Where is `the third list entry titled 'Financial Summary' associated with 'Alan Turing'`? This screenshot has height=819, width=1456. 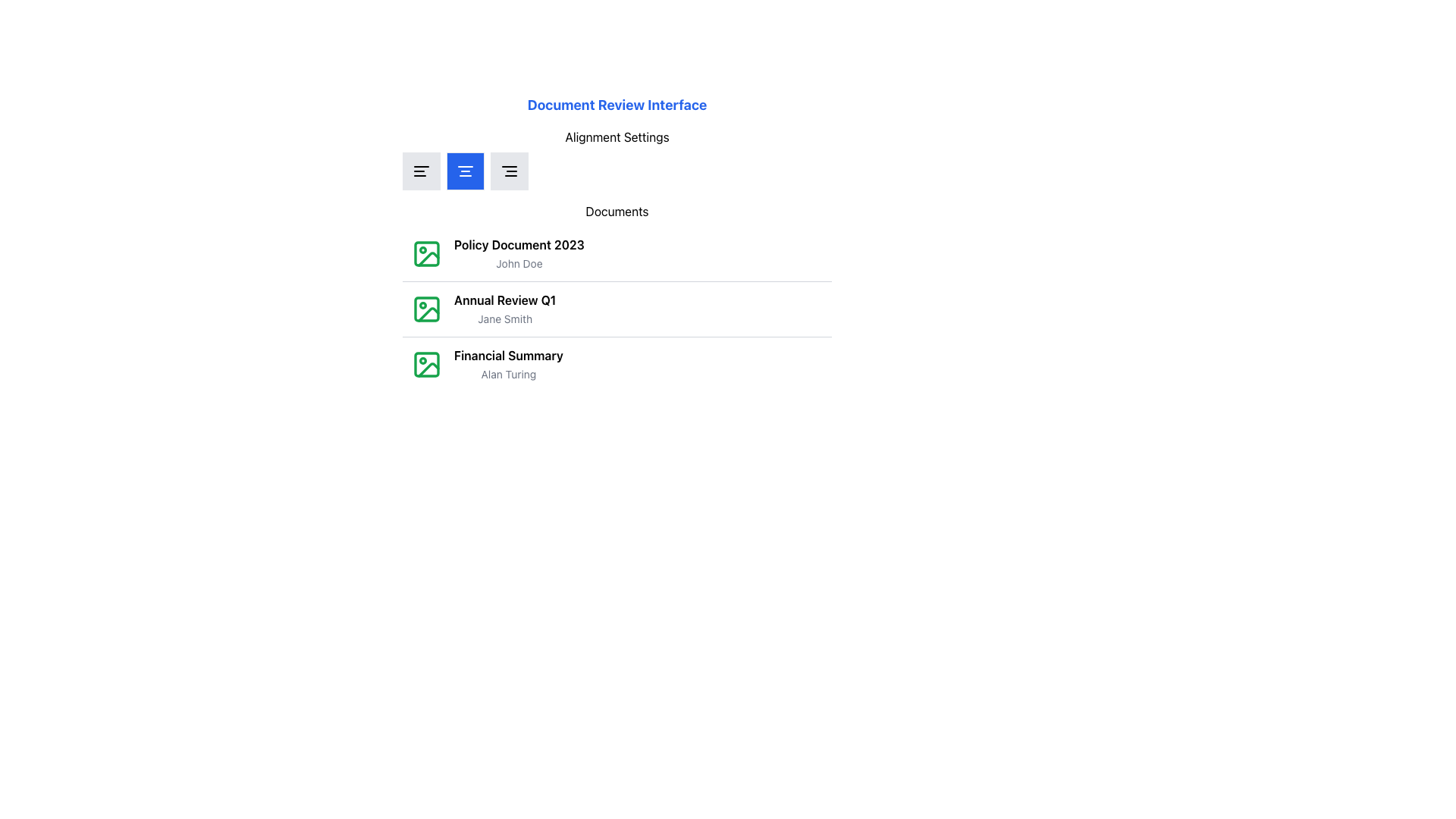 the third list entry titled 'Financial Summary' associated with 'Alan Turing' is located at coordinates (487, 365).